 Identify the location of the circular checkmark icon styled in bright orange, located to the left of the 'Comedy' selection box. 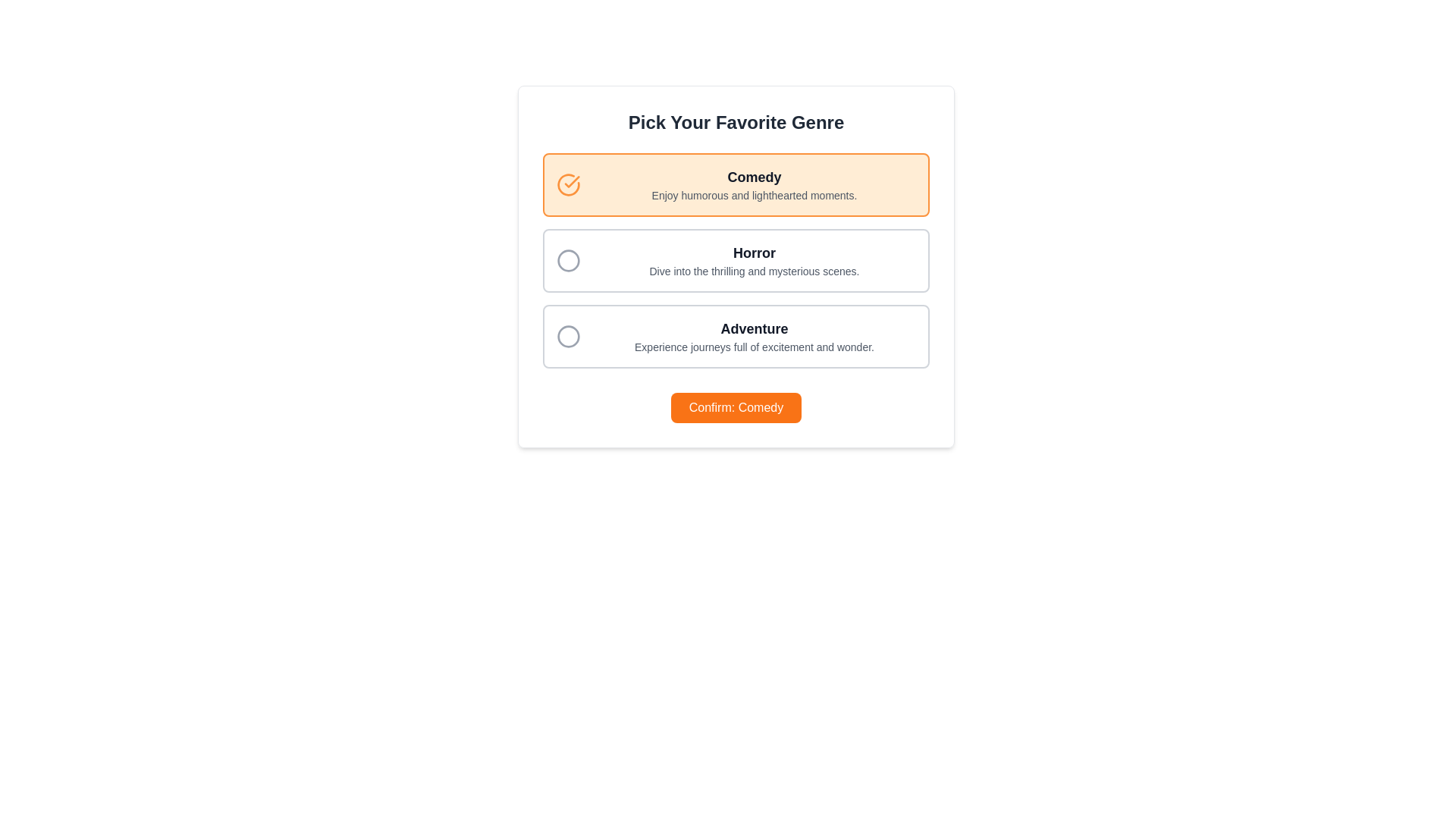
(574, 184).